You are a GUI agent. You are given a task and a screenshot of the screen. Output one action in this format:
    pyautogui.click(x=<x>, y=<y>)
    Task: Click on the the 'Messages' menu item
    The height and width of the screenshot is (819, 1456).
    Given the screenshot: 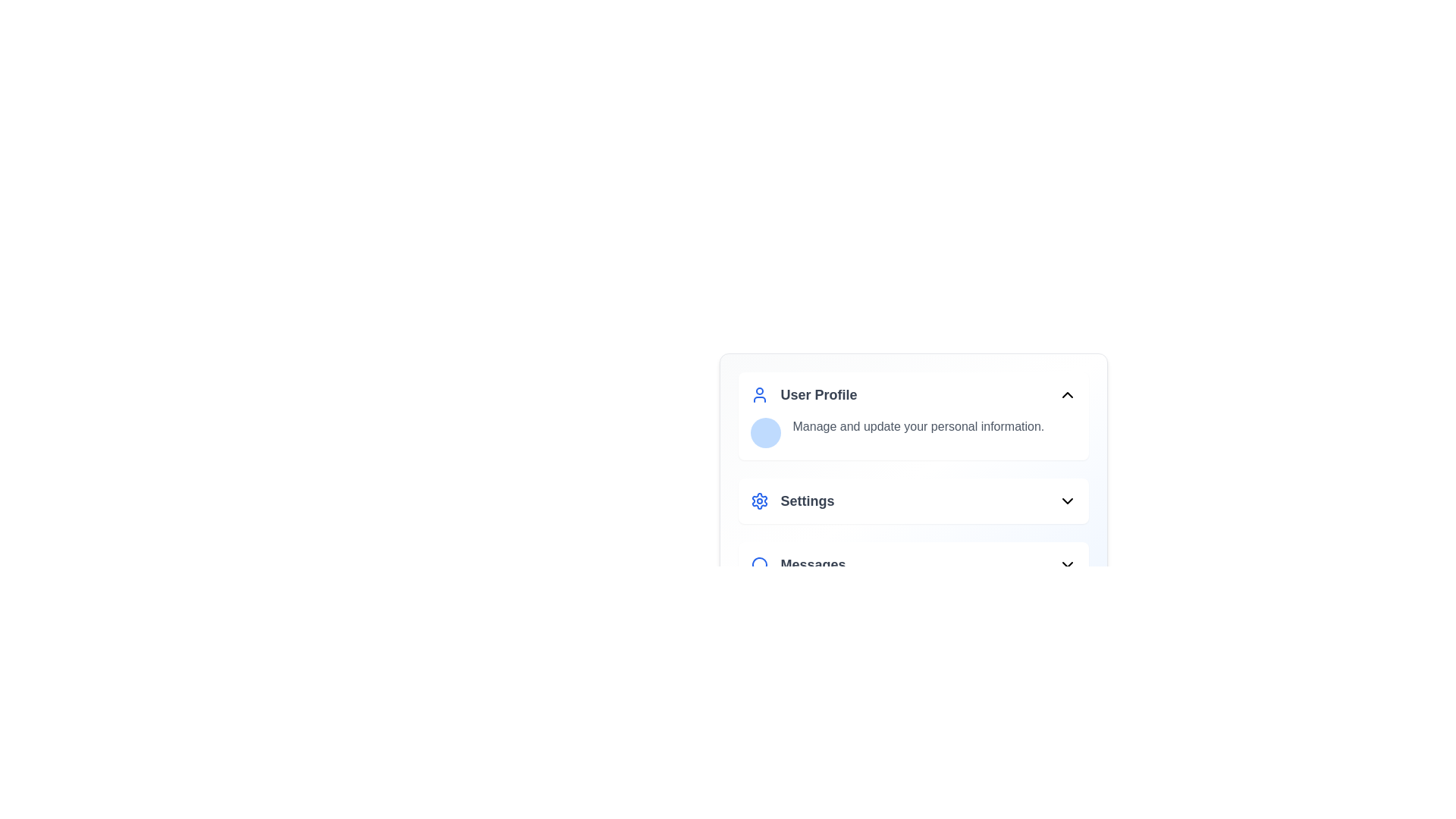 What is the action you would take?
    pyautogui.click(x=796, y=564)
    